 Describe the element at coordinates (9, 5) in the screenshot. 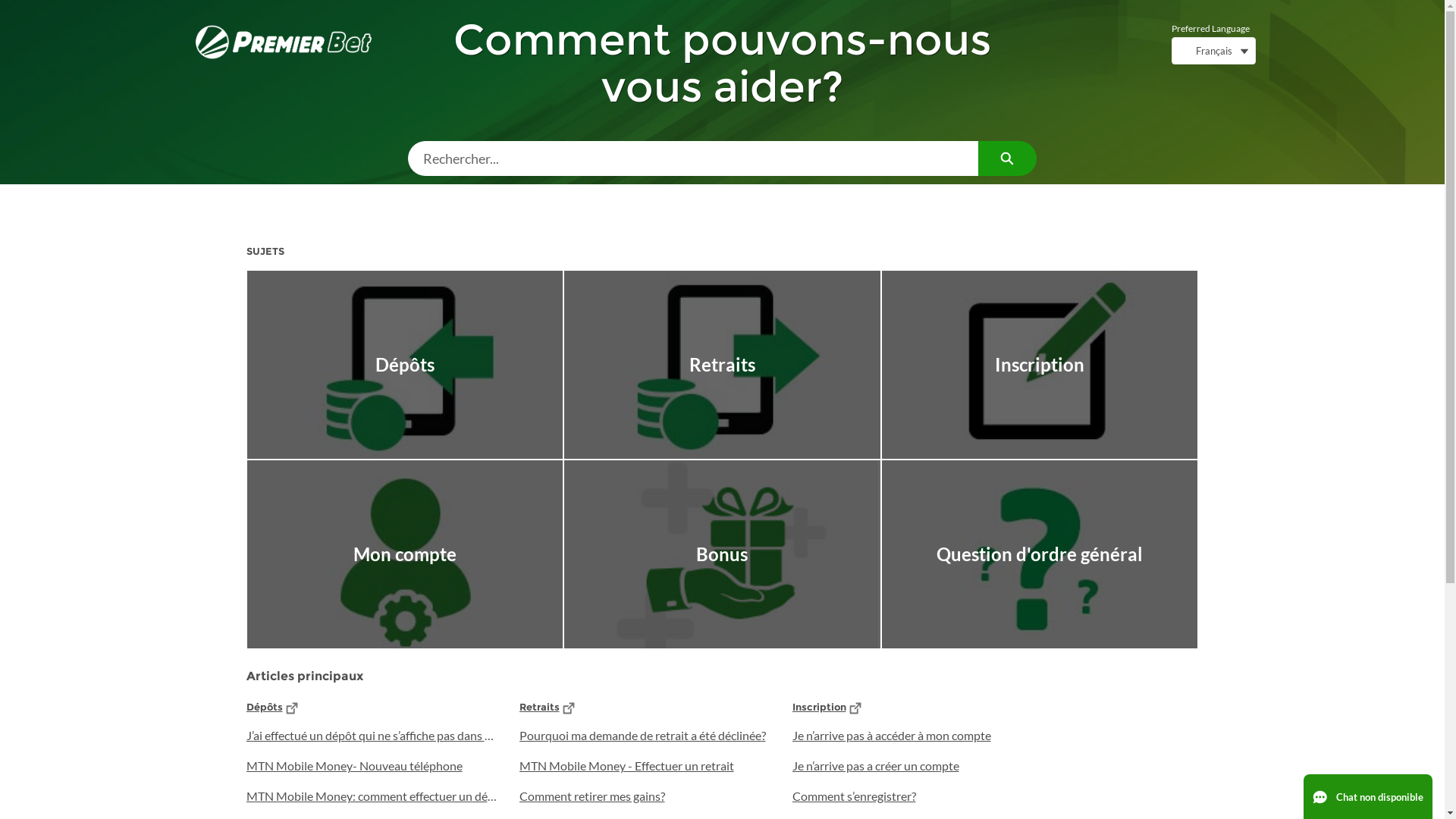

I see `'Aller au contenu principal'` at that location.